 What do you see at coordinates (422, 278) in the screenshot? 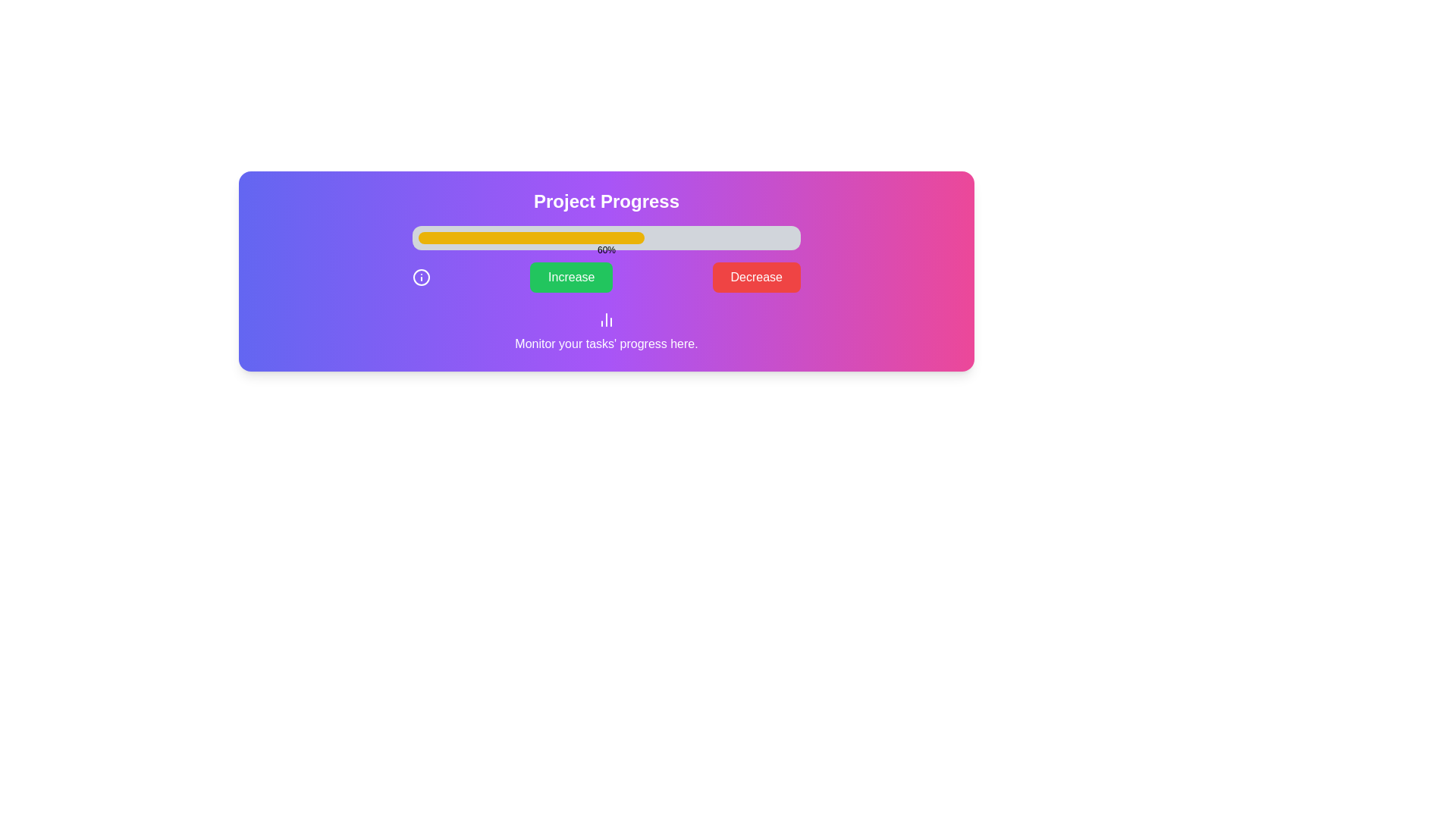
I see `the information icon, which is styled as a white stroke SVG circle with an 'i' symbol inside it, located on a purple-to-pink gradient background to the left of the 'Increase' and 'Decrease' buttons` at bounding box center [422, 278].